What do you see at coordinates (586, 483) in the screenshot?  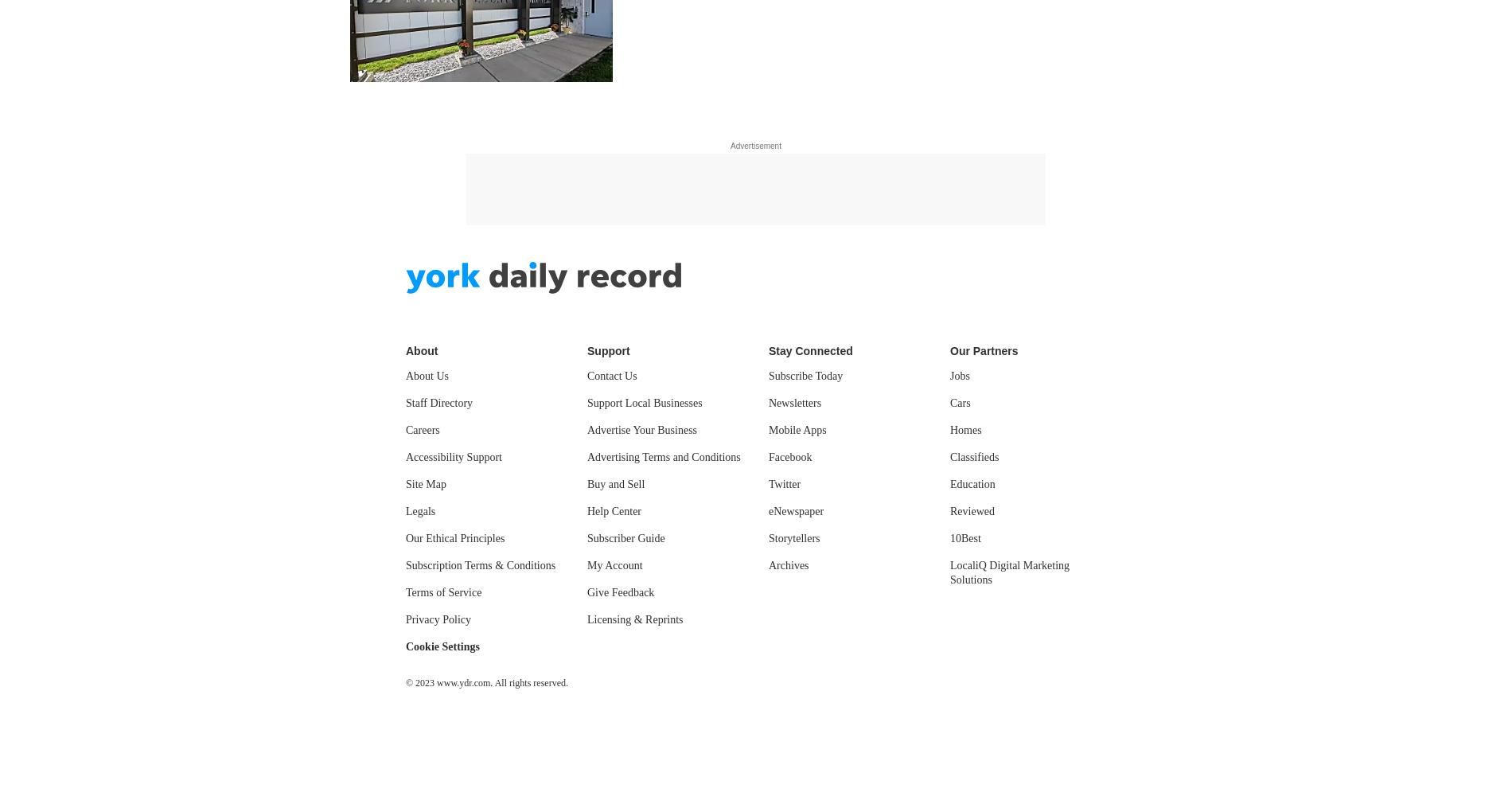 I see `'Buy and Sell'` at bounding box center [586, 483].